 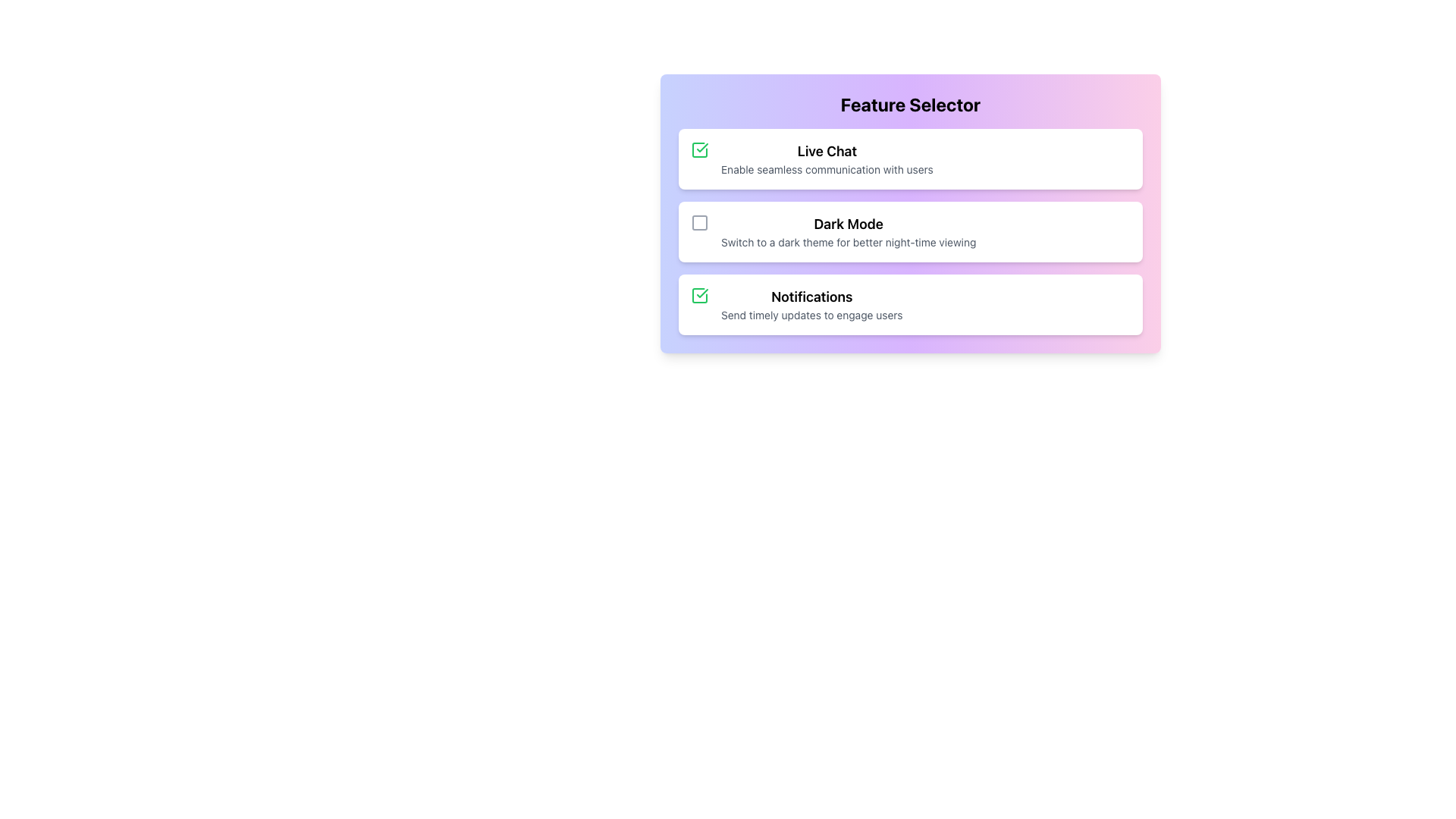 What do you see at coordinates (698, 222) in the screenshot?
I see `the toggle-like button for 'Dark Mode' positioned in the second row of the vertical list` at bounding box center [698, 222].